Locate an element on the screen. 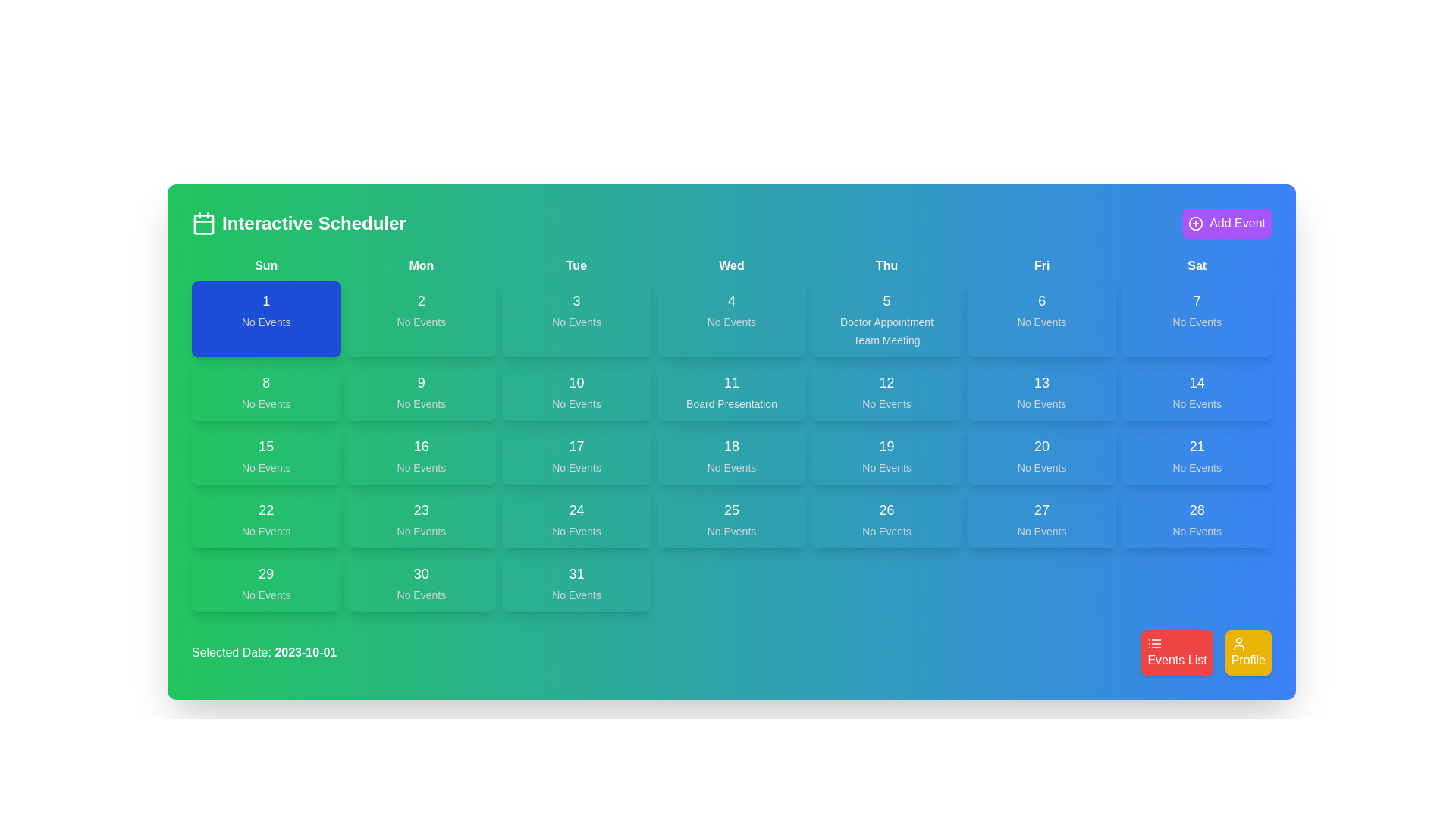 This screenshot has width=1456, height=819. the Date cell displaying '17' with 'No Events' below it, located in the calendar grid under 'Tue' in the third column and fourth row is located at coordinates (576, 455).